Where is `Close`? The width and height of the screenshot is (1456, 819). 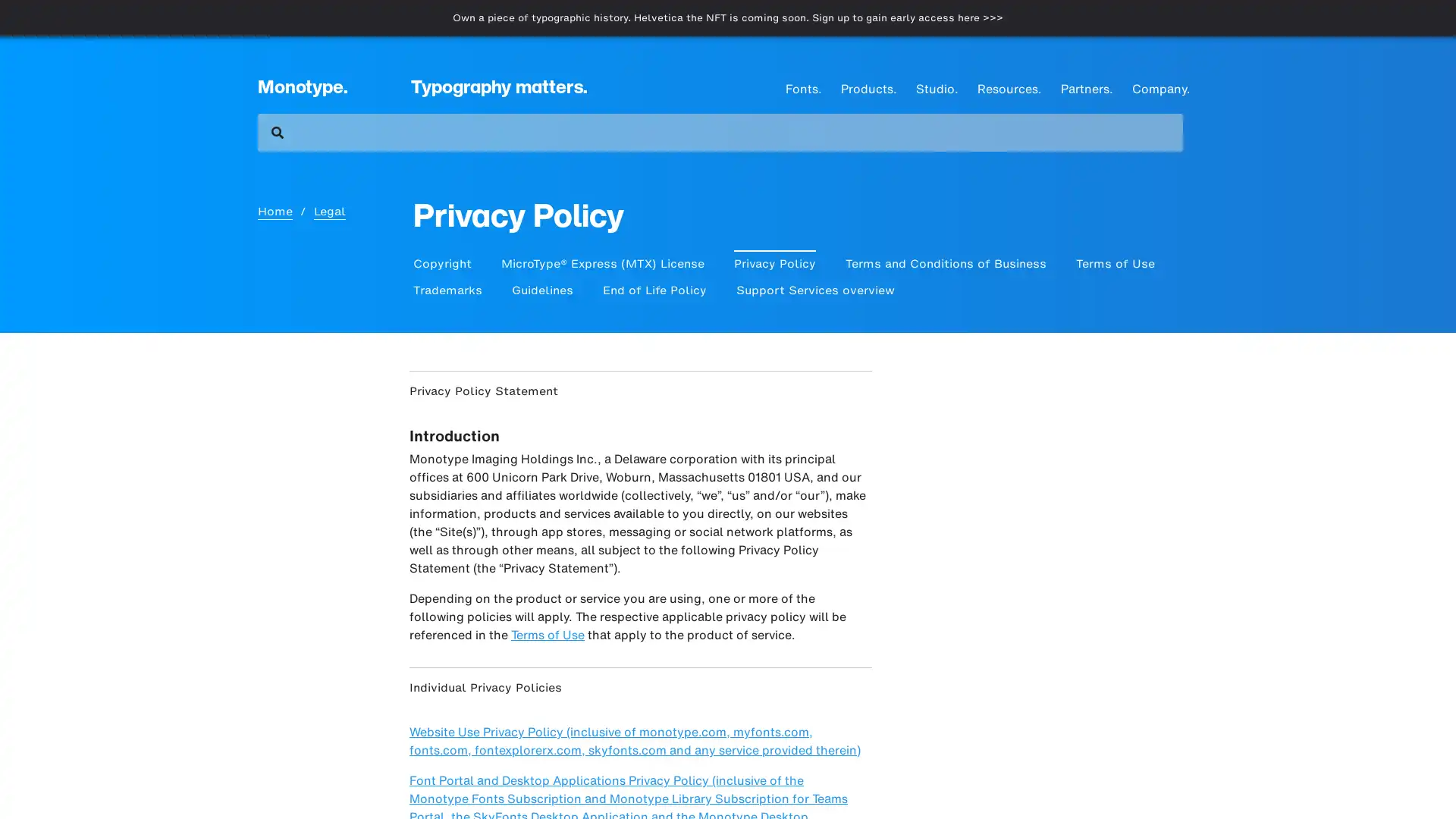 Close is located at coordinates (1430, 785).